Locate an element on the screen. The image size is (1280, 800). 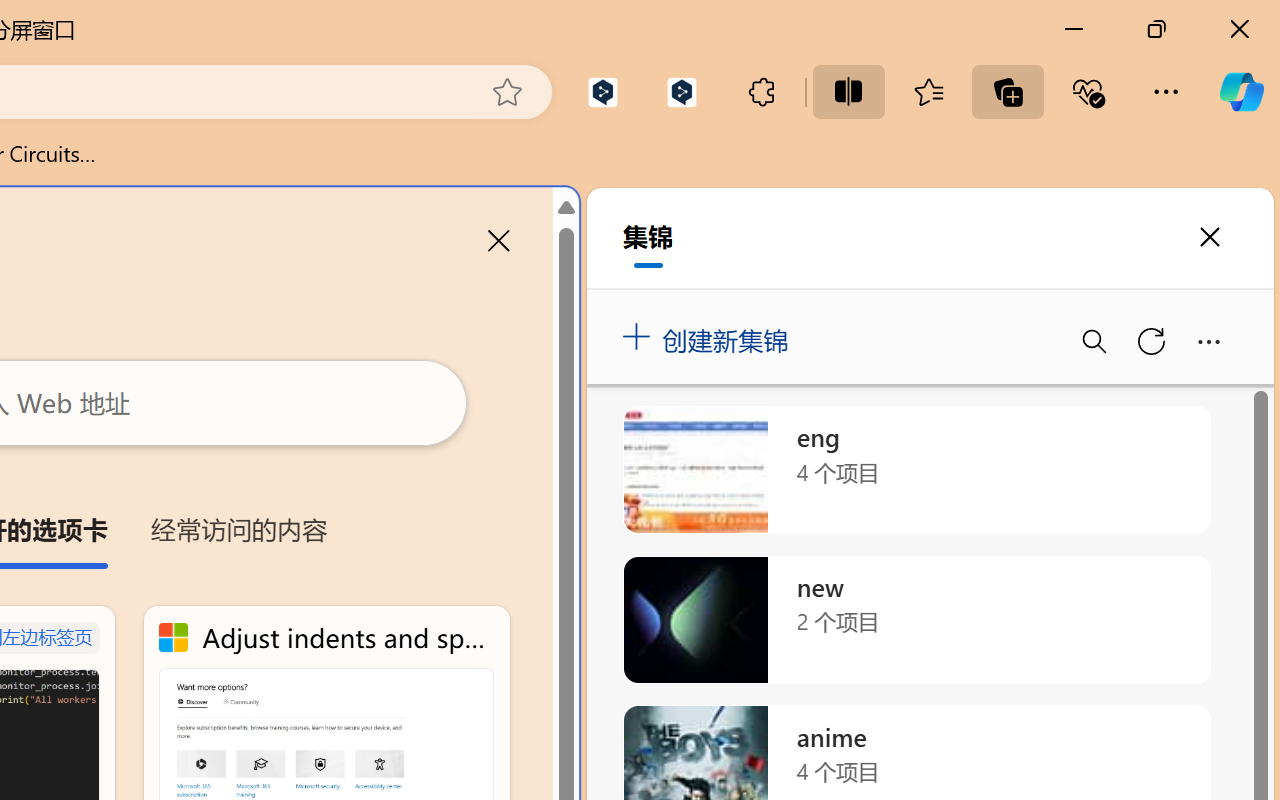
'Copilot (Ctrl+Shift+.)' is located at coordinates (1240, 91).